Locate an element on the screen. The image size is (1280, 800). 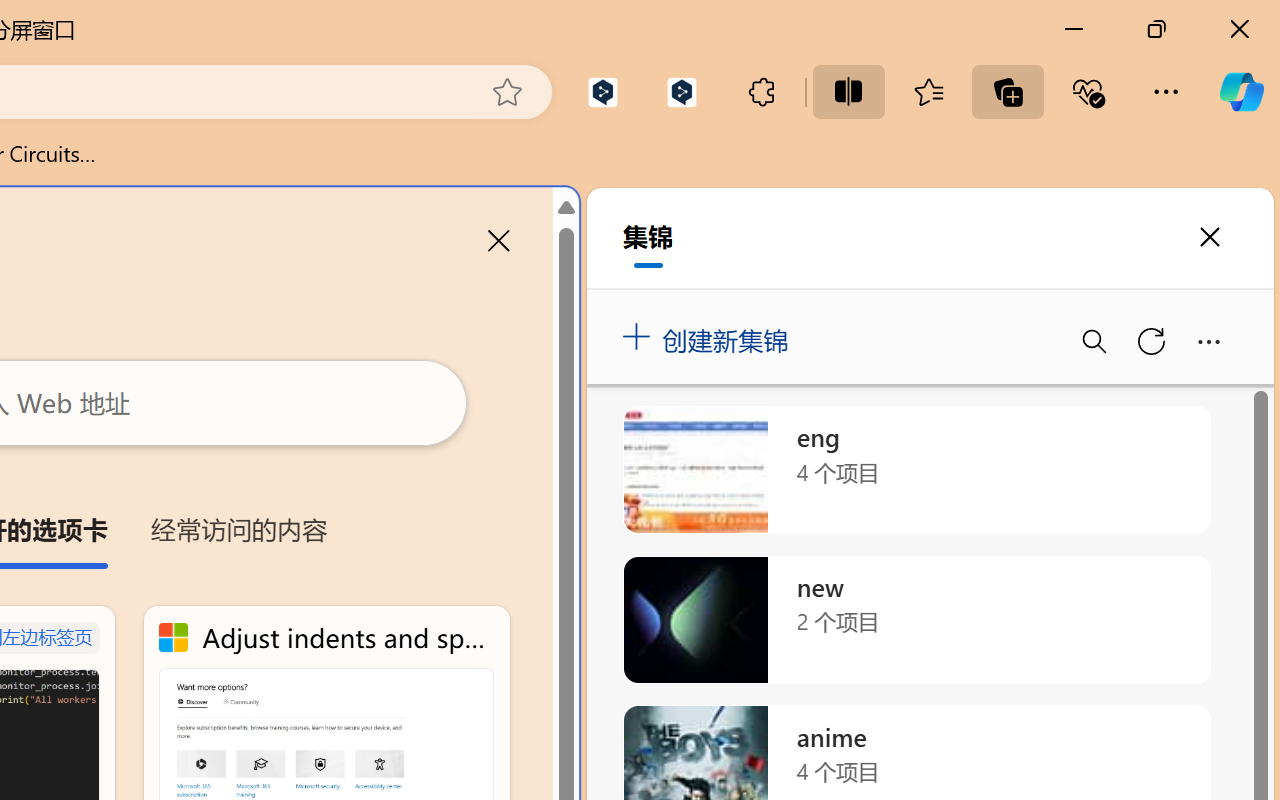
'Copilot (Ctrl+Shift+.)' is located at coordinates (1240, 91).